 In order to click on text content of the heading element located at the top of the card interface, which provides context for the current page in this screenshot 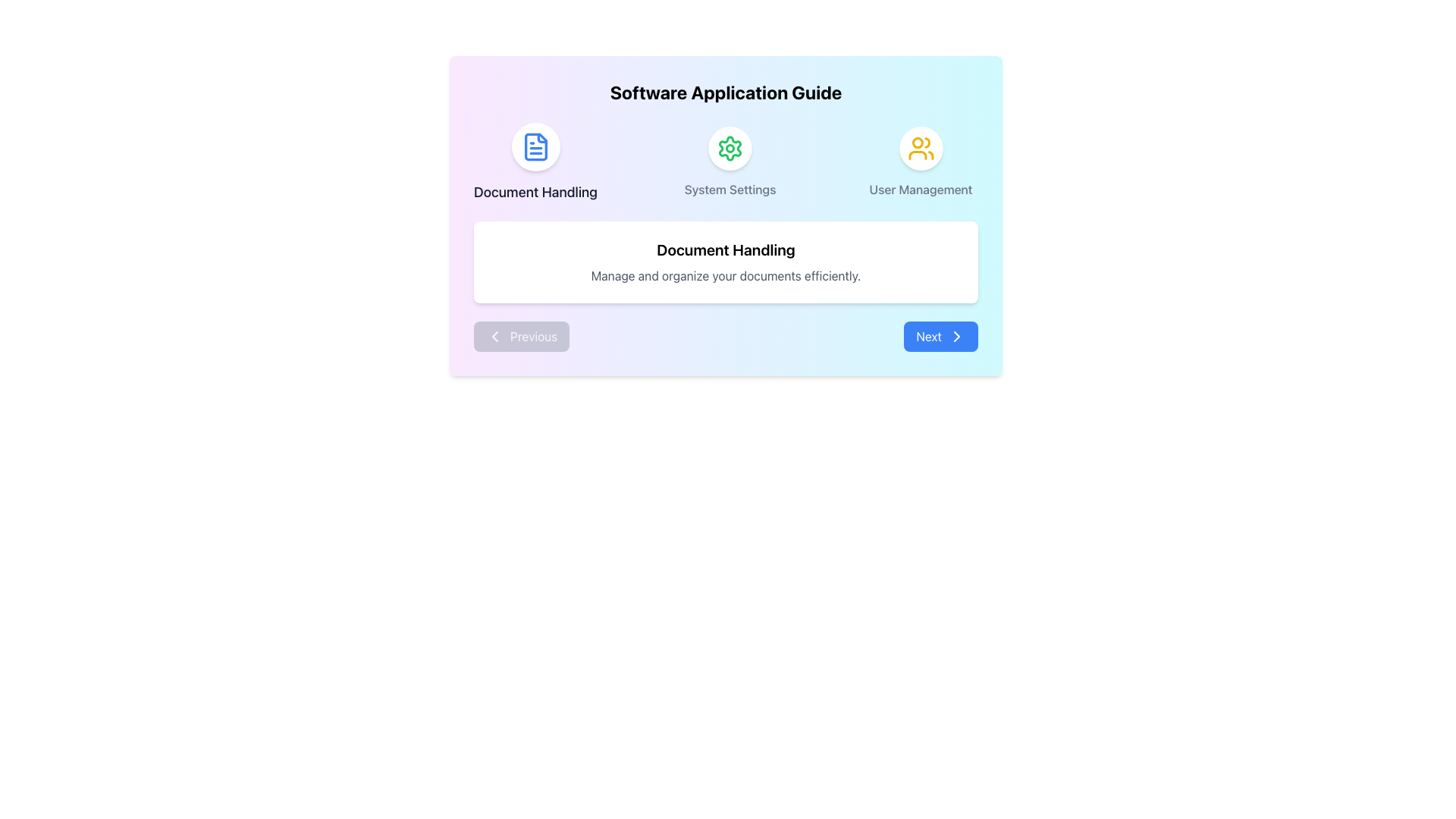, I will do `click(725, 93)`.